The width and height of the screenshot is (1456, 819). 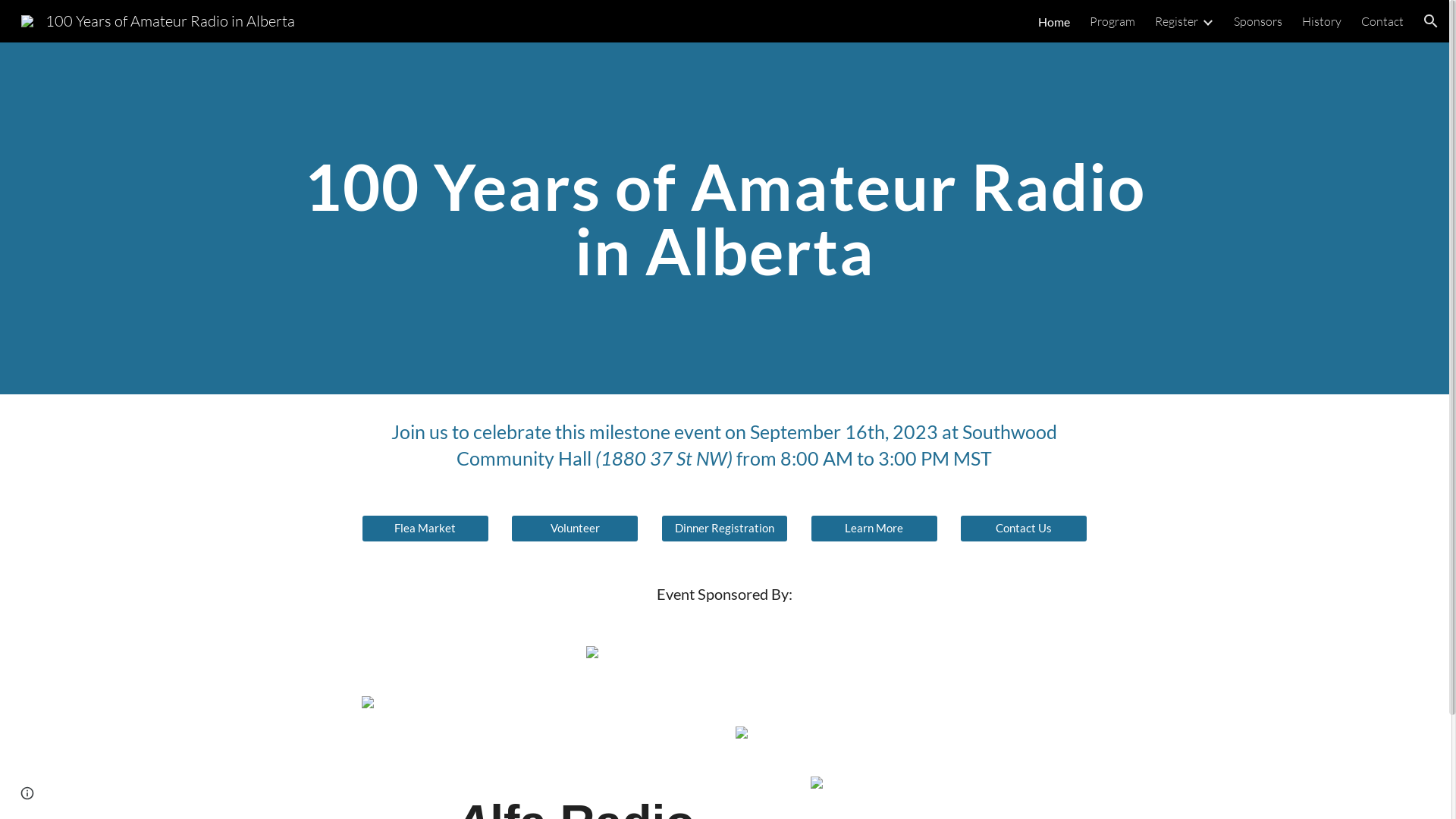 What do you see at coordinates (574, 528) in the screenshot?
I see `'Volunteer'` at bounding box center [574, 528].